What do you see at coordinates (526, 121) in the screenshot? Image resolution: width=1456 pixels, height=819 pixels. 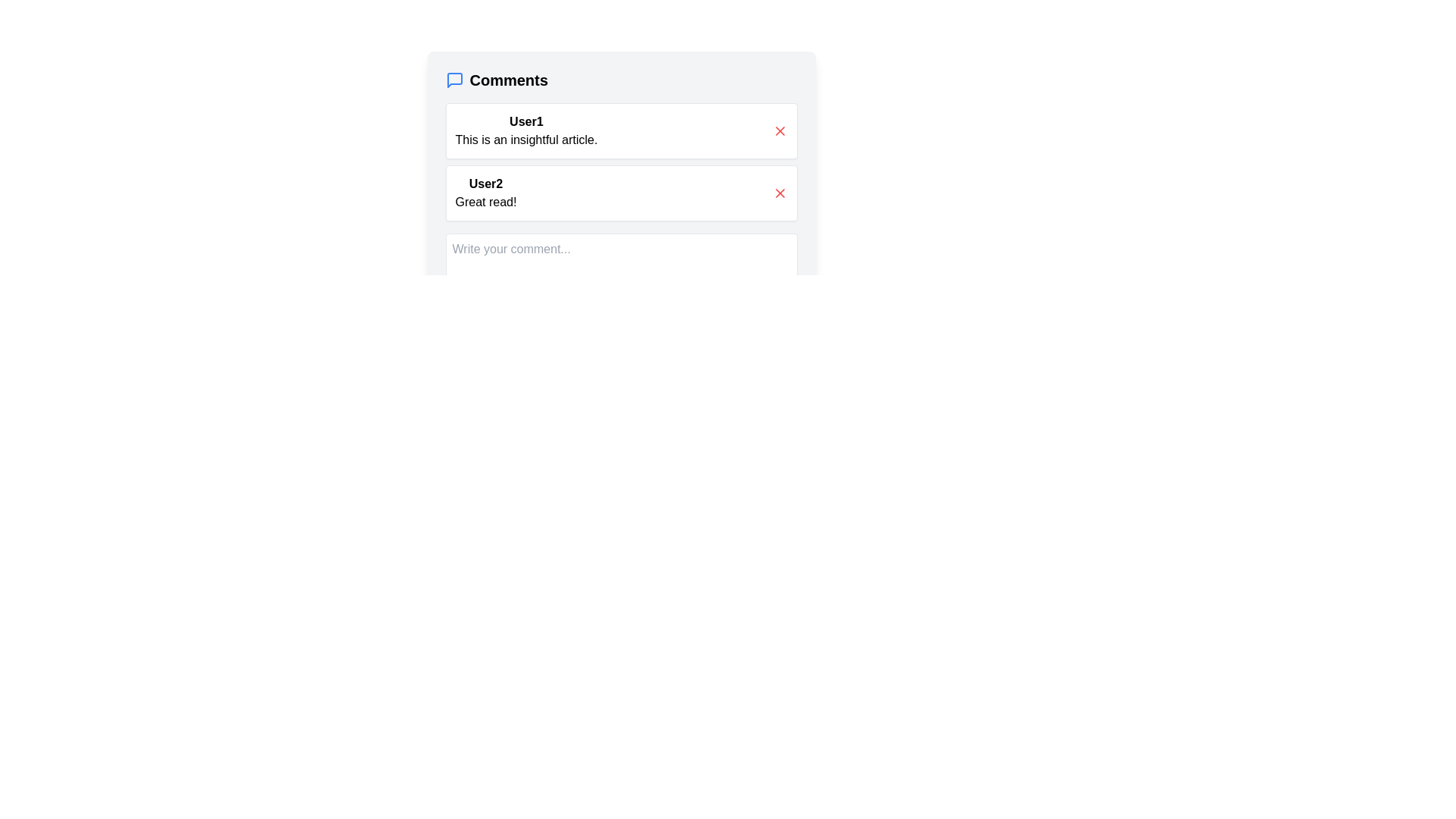 I see `label indicating the author of the associated comment located above the comment text 'This is an insightful article.'` at bounding box center [526, 121].